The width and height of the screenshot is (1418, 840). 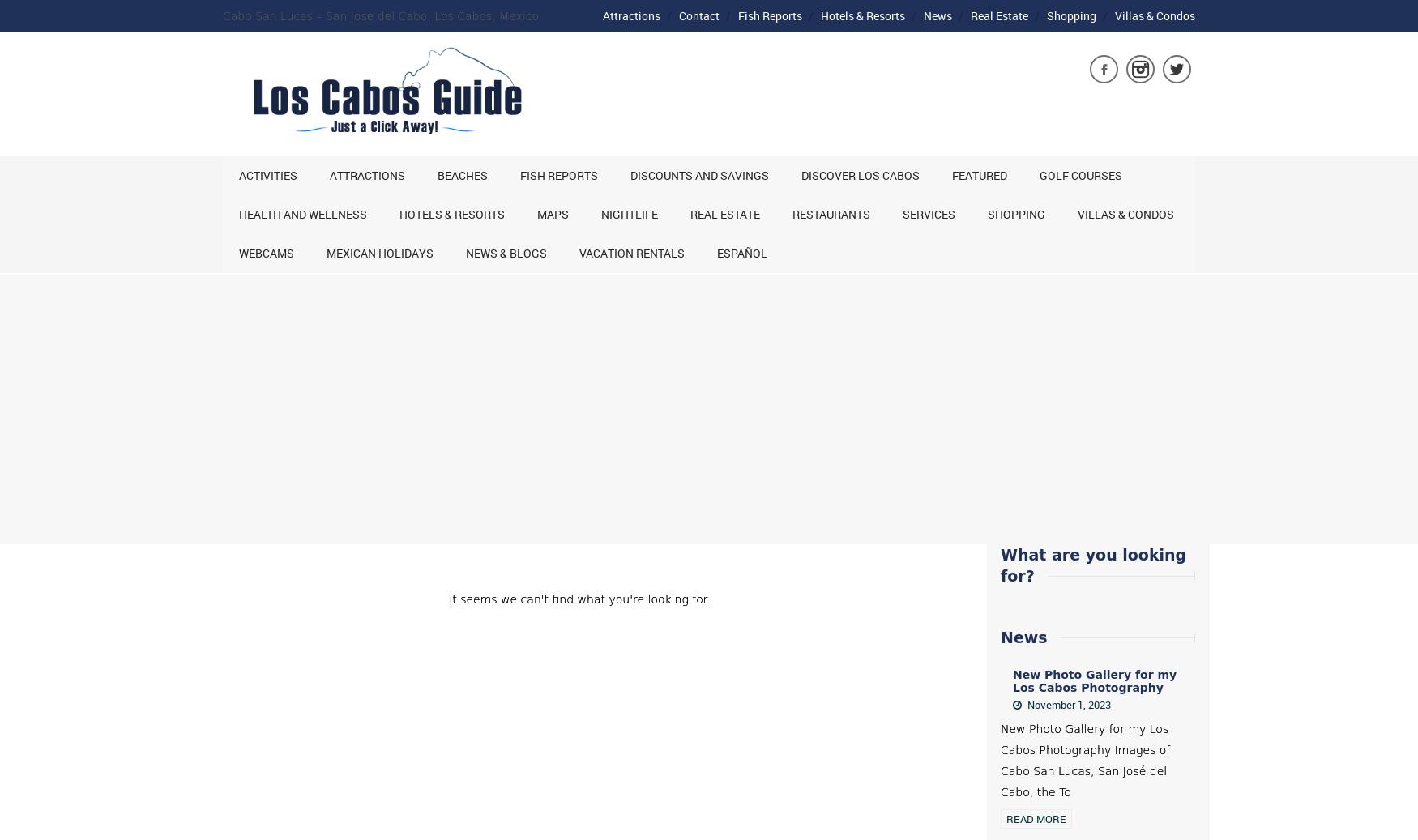 I want to click on 'Restaurants', so click(x=831, y=213).